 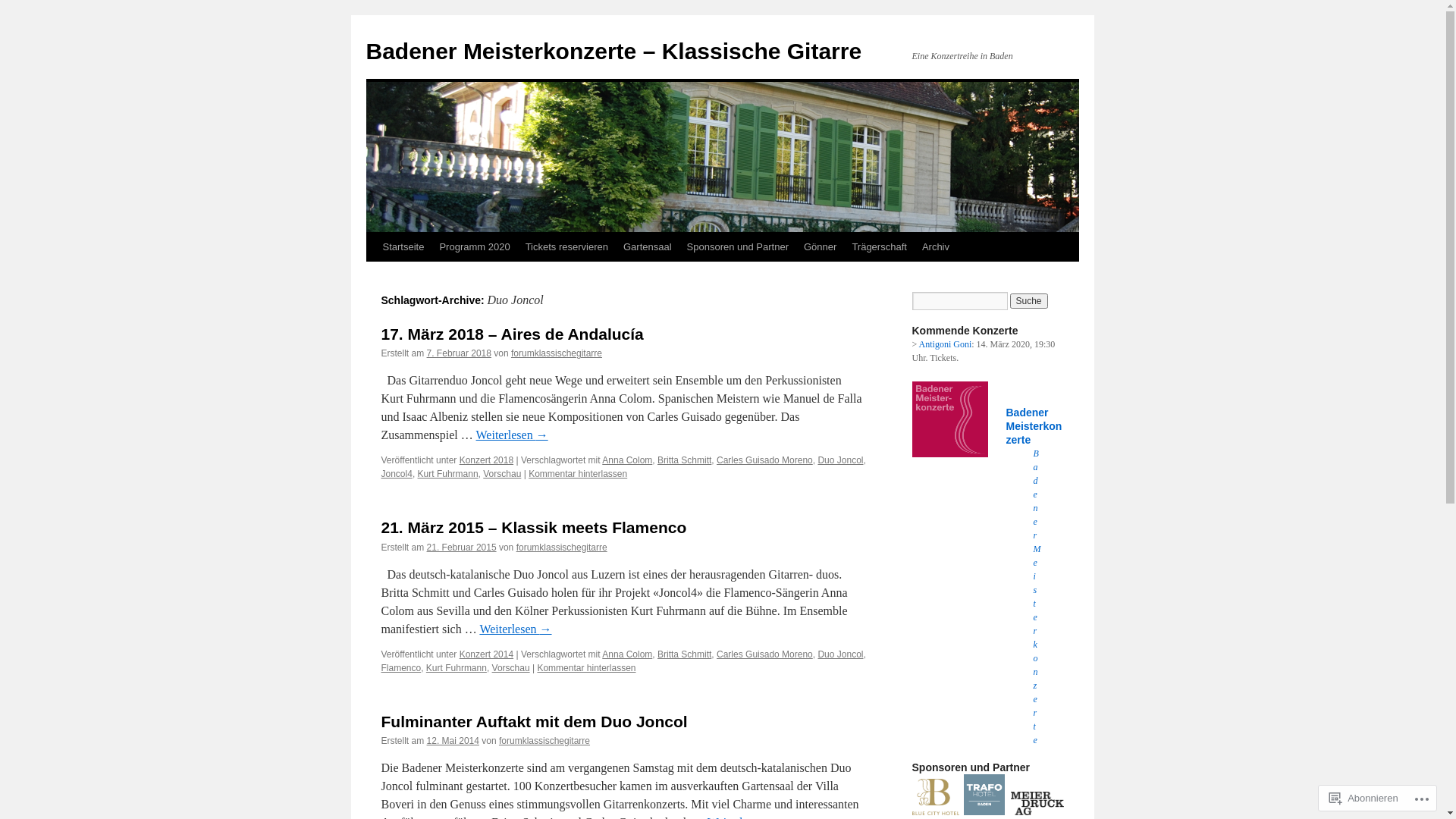 I want to click on '21. Februar 2015', so click(x=461, y=547).